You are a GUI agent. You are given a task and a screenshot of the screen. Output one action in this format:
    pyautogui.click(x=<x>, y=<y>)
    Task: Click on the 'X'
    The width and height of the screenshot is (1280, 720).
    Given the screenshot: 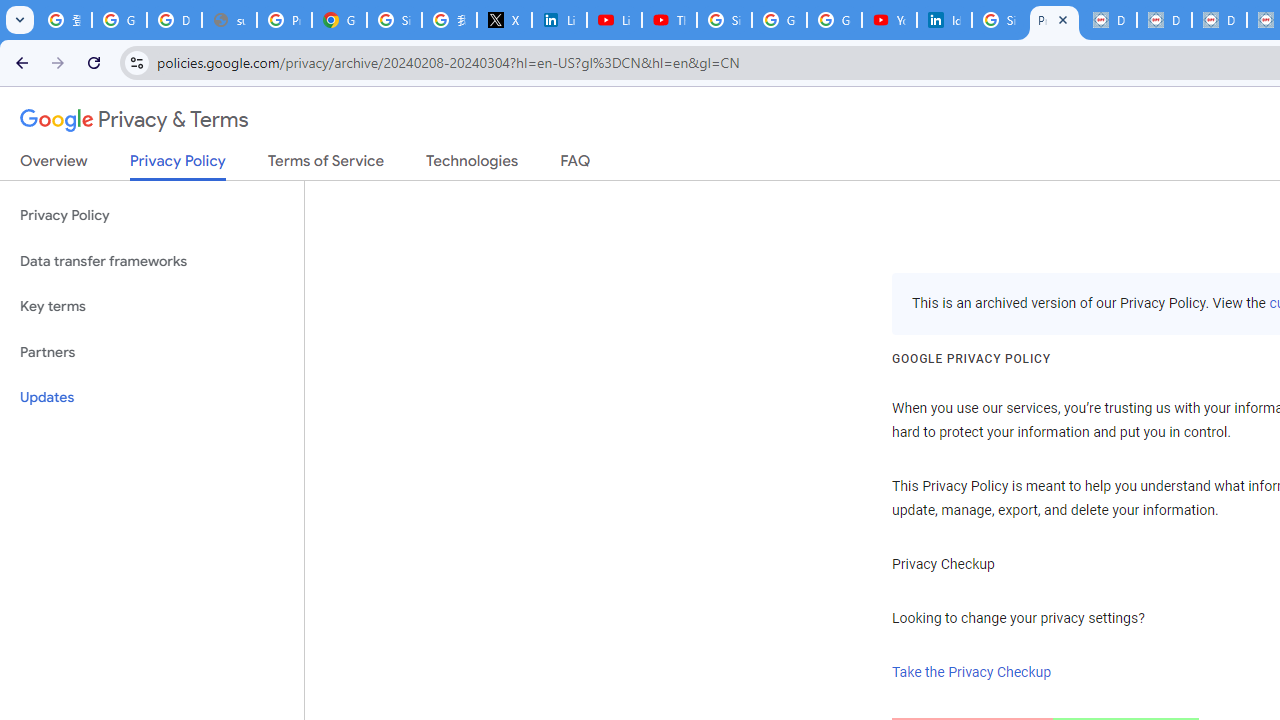 What is the action you would take?
    pyautogui.click(x=504, y=20)
    